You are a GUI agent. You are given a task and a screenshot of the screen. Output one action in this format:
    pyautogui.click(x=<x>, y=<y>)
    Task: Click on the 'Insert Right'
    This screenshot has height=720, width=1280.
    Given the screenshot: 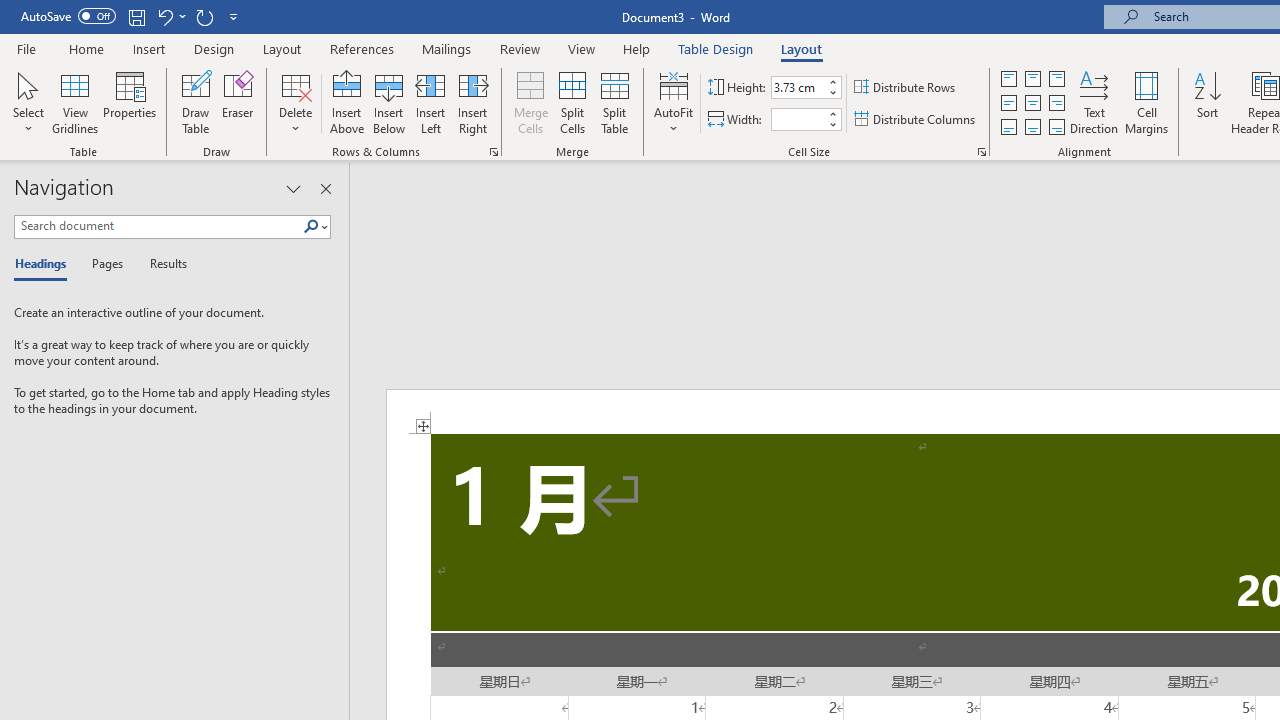 What is the action you would take?
    pyautogui.click(x=471, y=103)
    